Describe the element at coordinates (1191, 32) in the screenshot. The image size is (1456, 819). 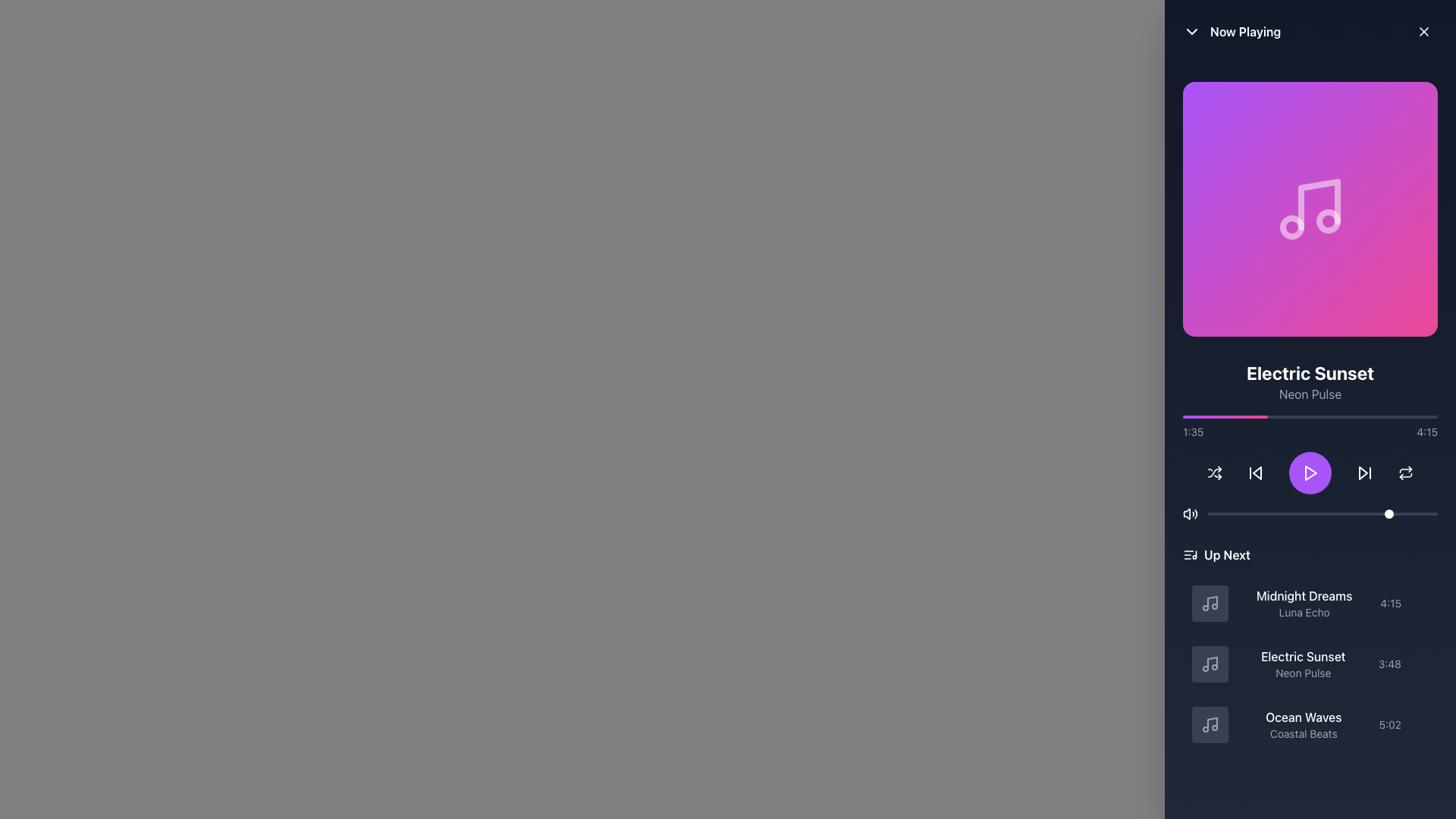
I see `the dropdown icon located at the top-left corner of the content panel, next to the 'Now Playing' text` at that location.